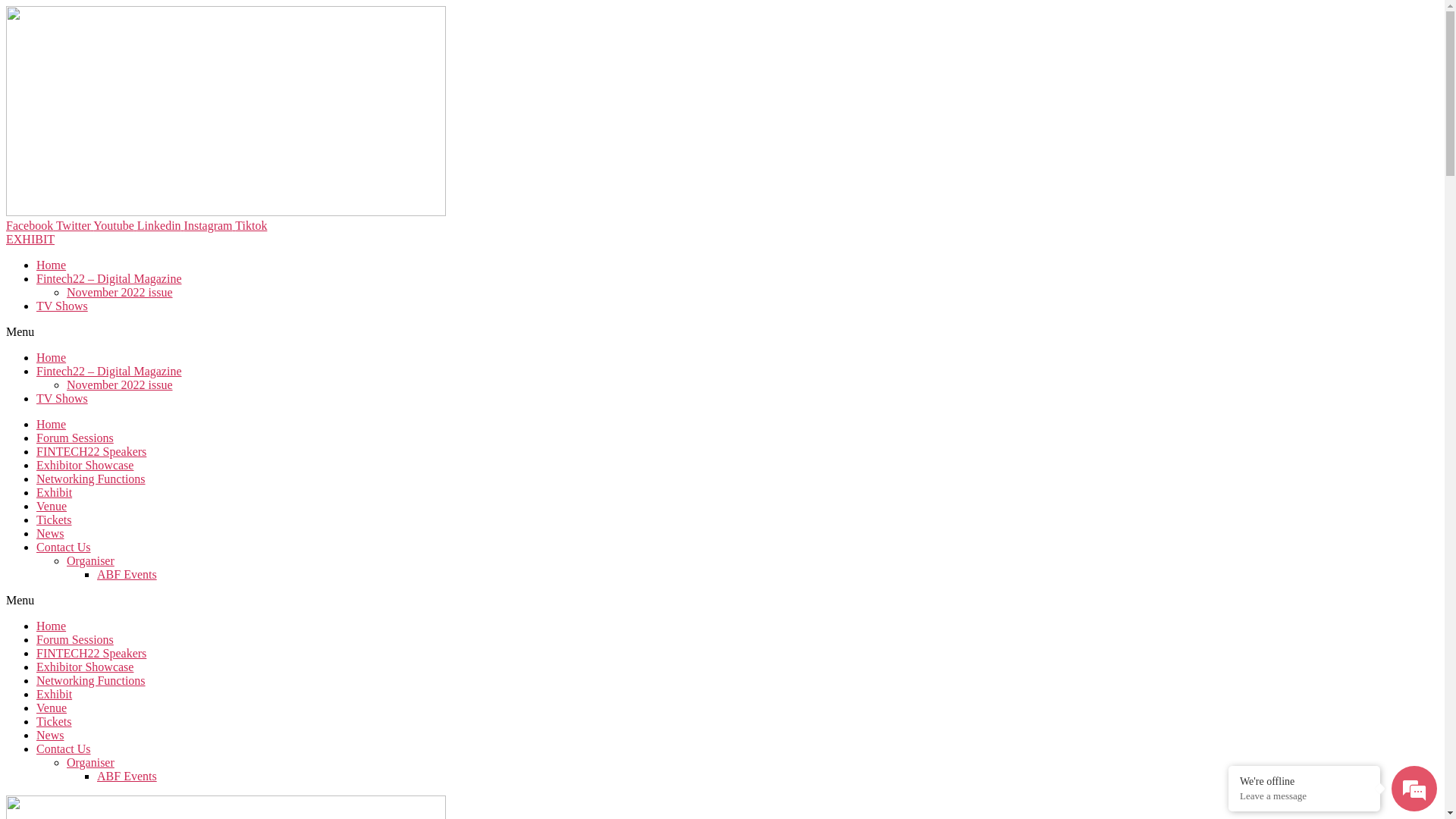  Describe the element at coordinates (61, 306) in the screenshot. I see `'TV Shows'` at that location.